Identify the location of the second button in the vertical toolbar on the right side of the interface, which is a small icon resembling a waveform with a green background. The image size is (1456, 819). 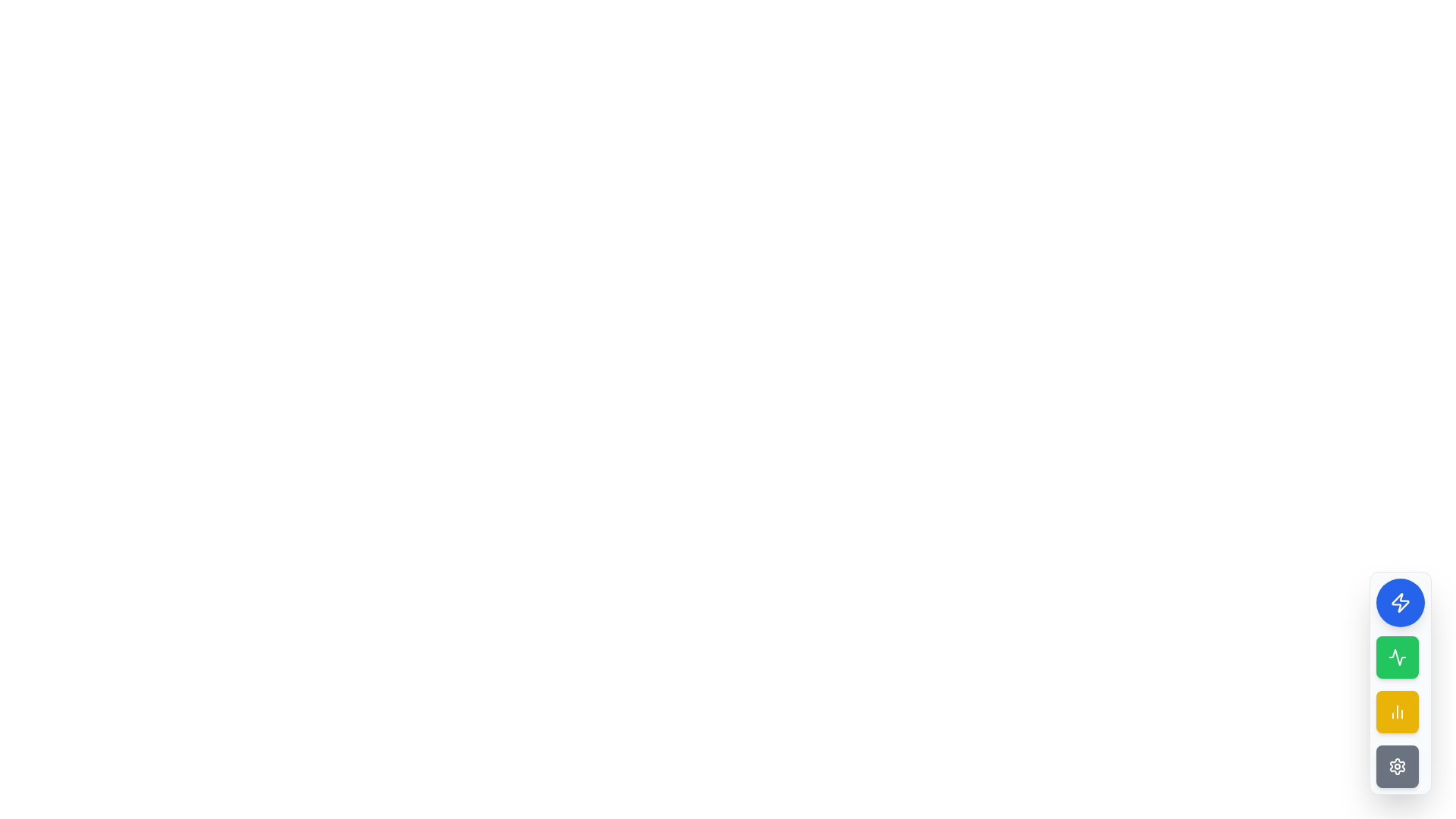
(1397, 657).